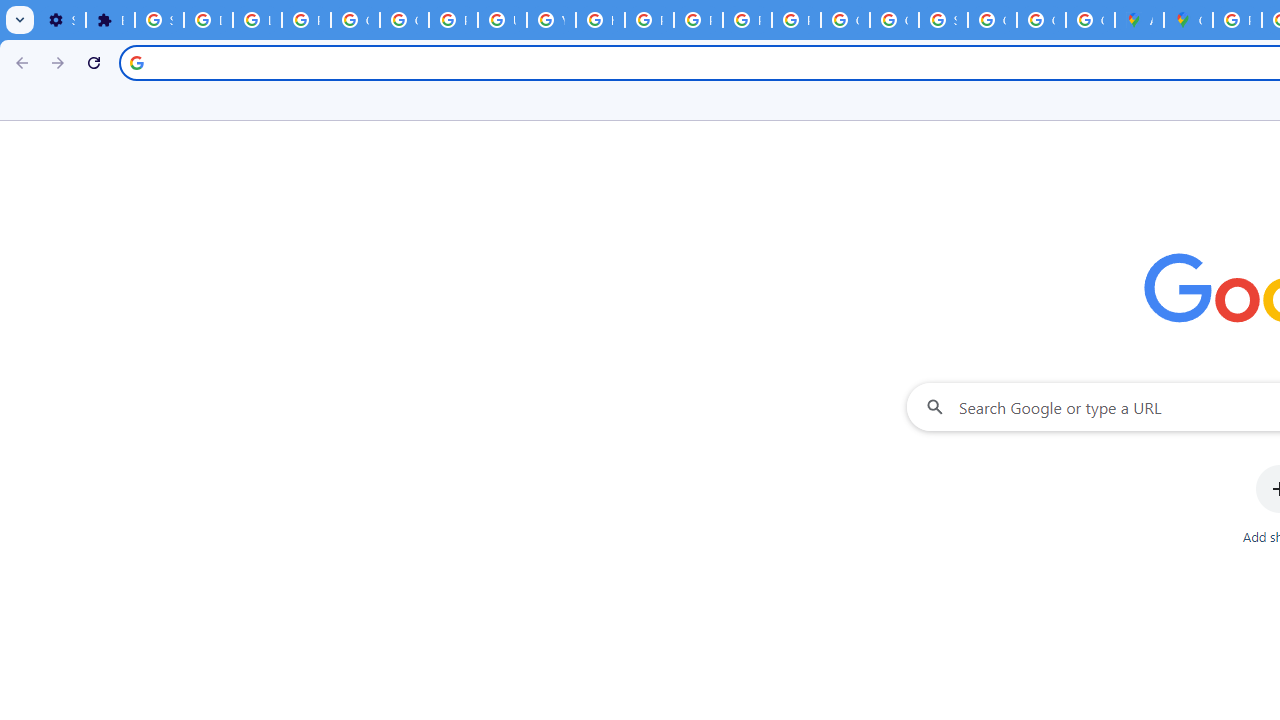 The width and height of the screenshot is (1280, 720). I want to click on 'Settings - On startup', so click(61, 20).